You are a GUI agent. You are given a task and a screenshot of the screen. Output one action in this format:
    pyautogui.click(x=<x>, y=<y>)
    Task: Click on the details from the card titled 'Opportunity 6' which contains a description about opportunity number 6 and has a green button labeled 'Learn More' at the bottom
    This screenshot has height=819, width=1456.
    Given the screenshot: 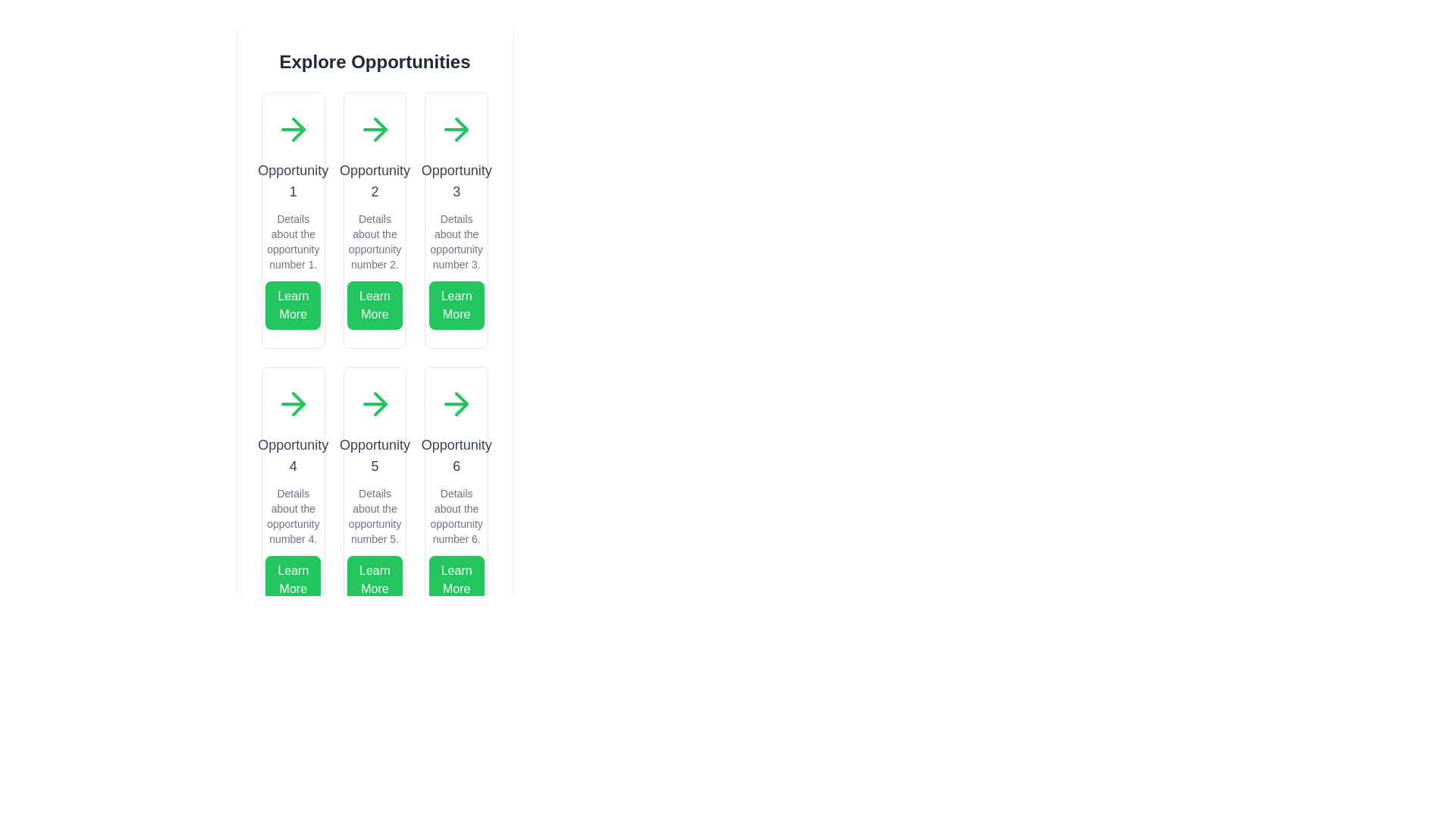 What is the action you would take?
    pyautogui.click(x=455, y=494)
    